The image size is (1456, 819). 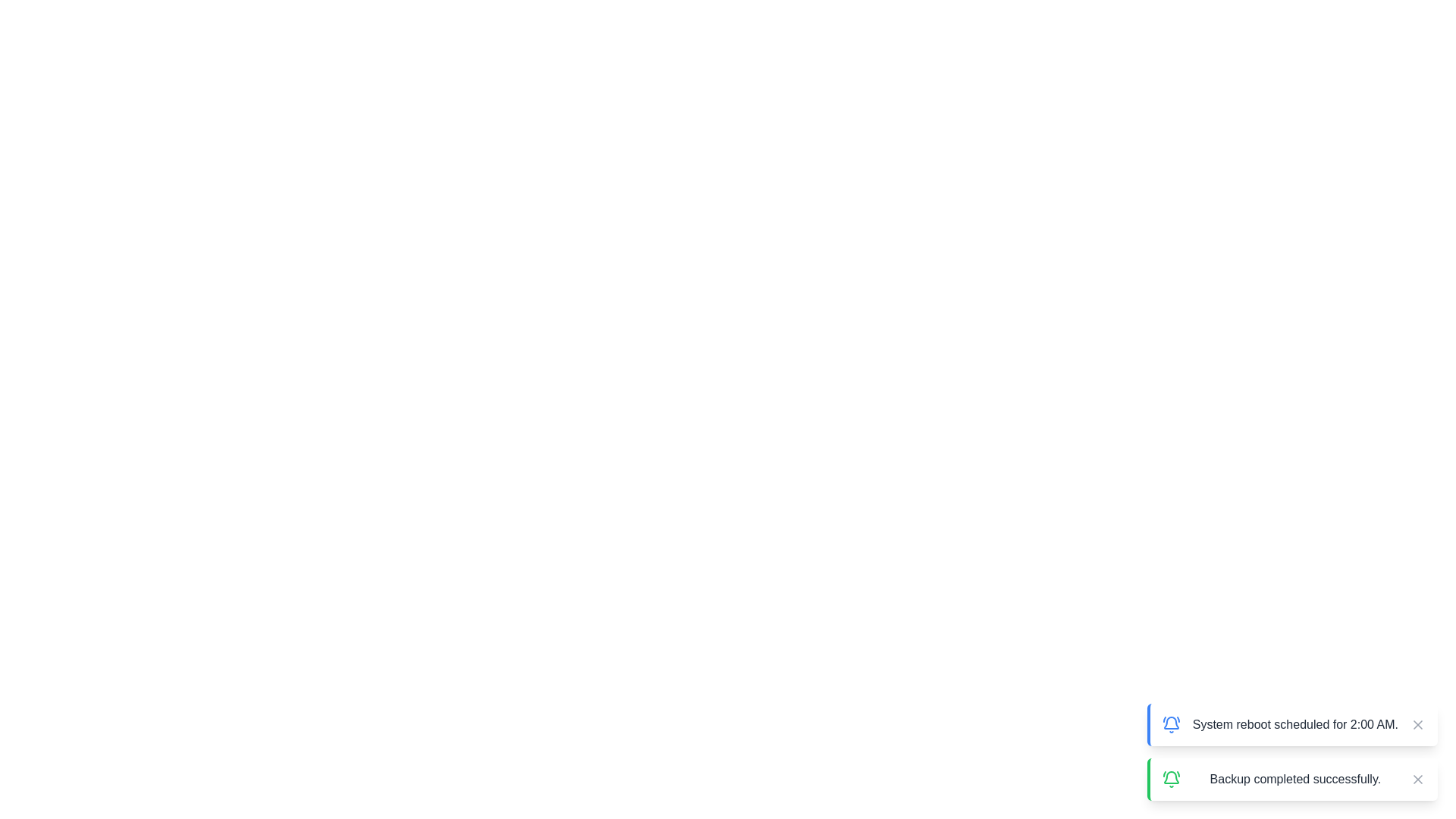 What do you see at coordinates (1417, 724) in the screenshot?
I see `the close button of the notification with the message 'System reboot scheduled for 2:00 AM.'` at bounding box center [1417, 724].